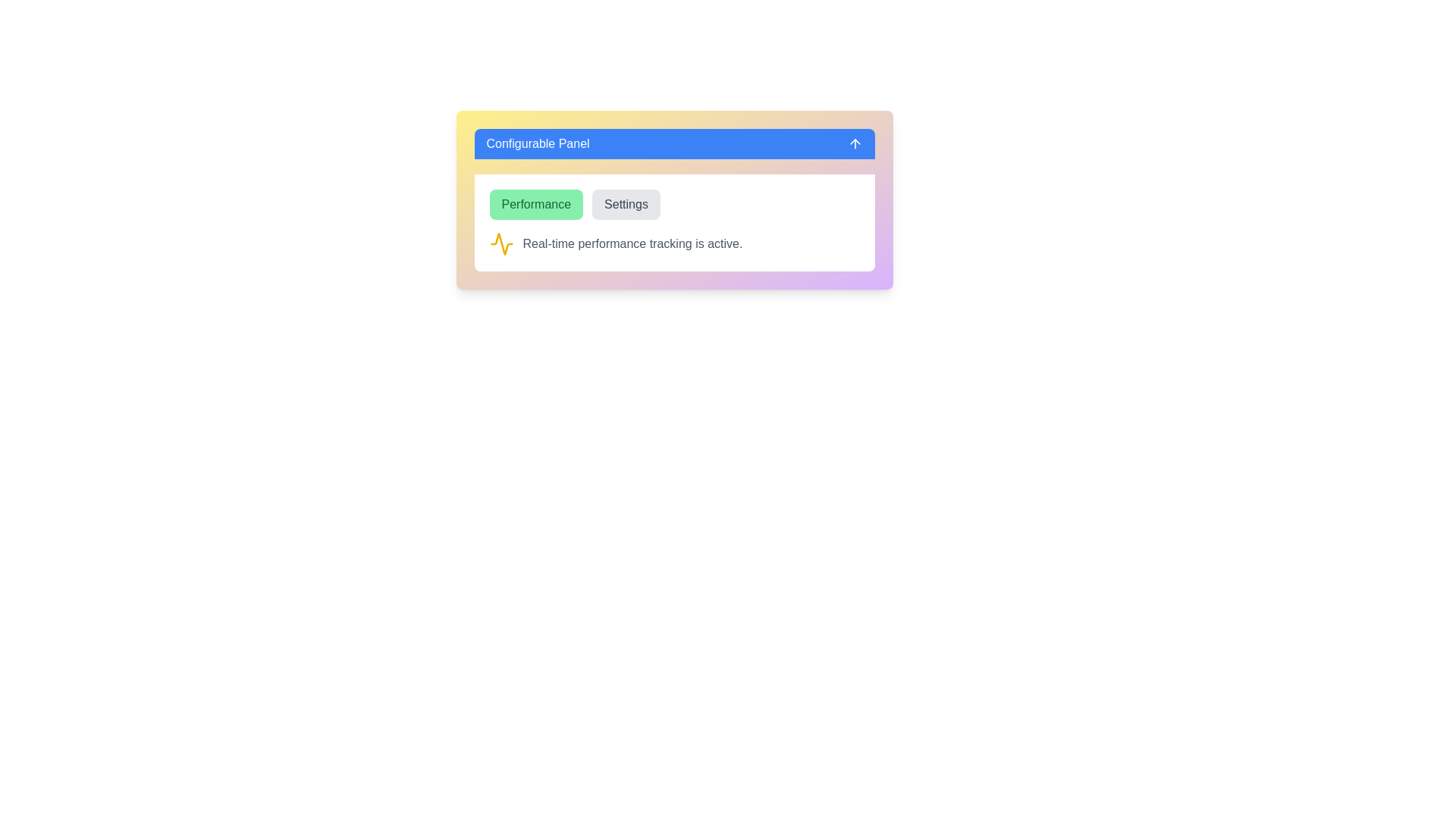 The image size is (1456, 819). I want to click on the static text label that indicates real-time performance tracking is currently enabled, located to the right of a yellow heartbeat line icon and centrally underneath the main title of the panel, so click(632, 243).